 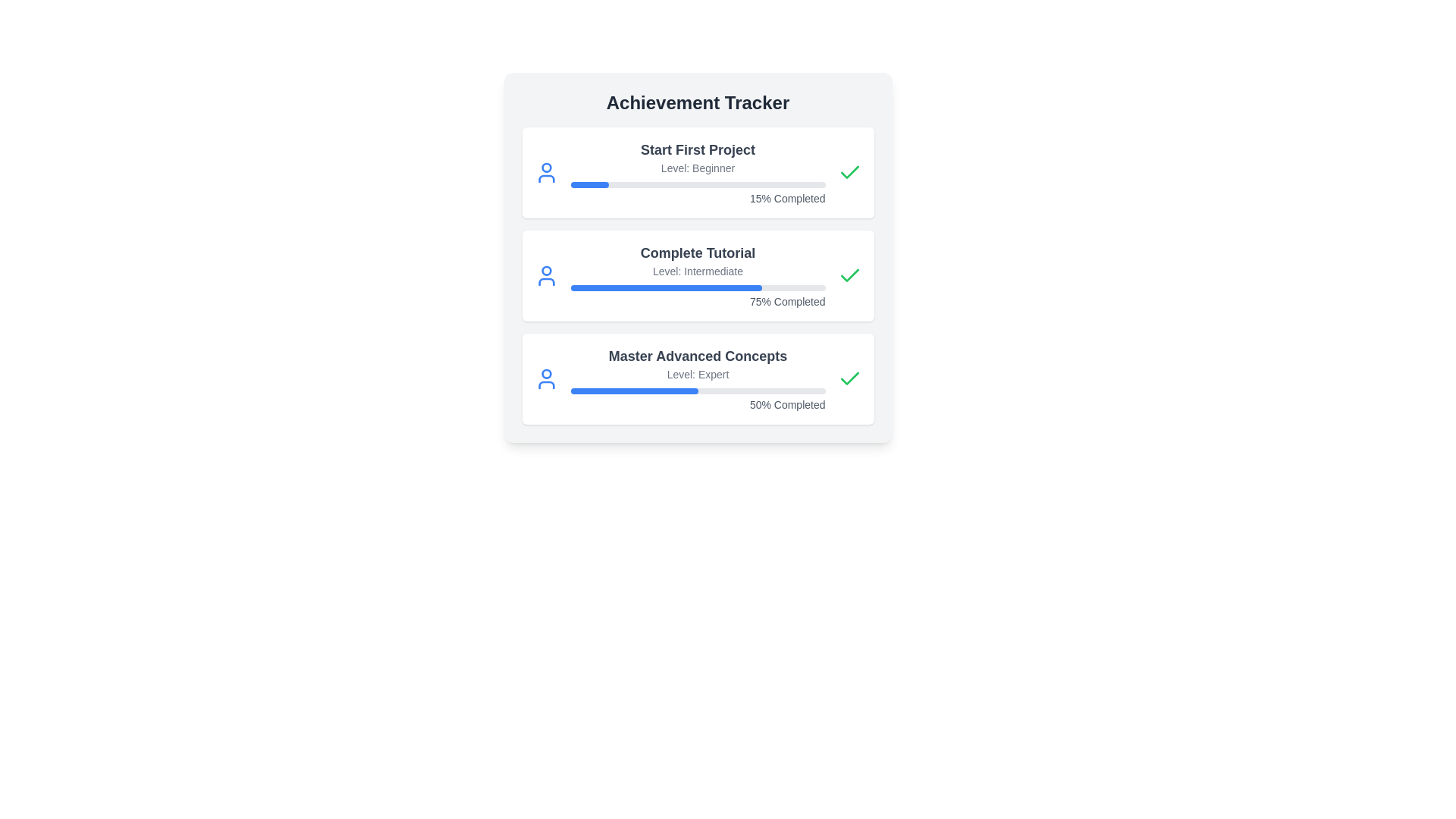 What do you see at coordinates (697, 102) in the screenshot?
I see `the 'Achievement Tracker' text label located at the top of the card layout to access related elements` at bounding box center [697, 102].